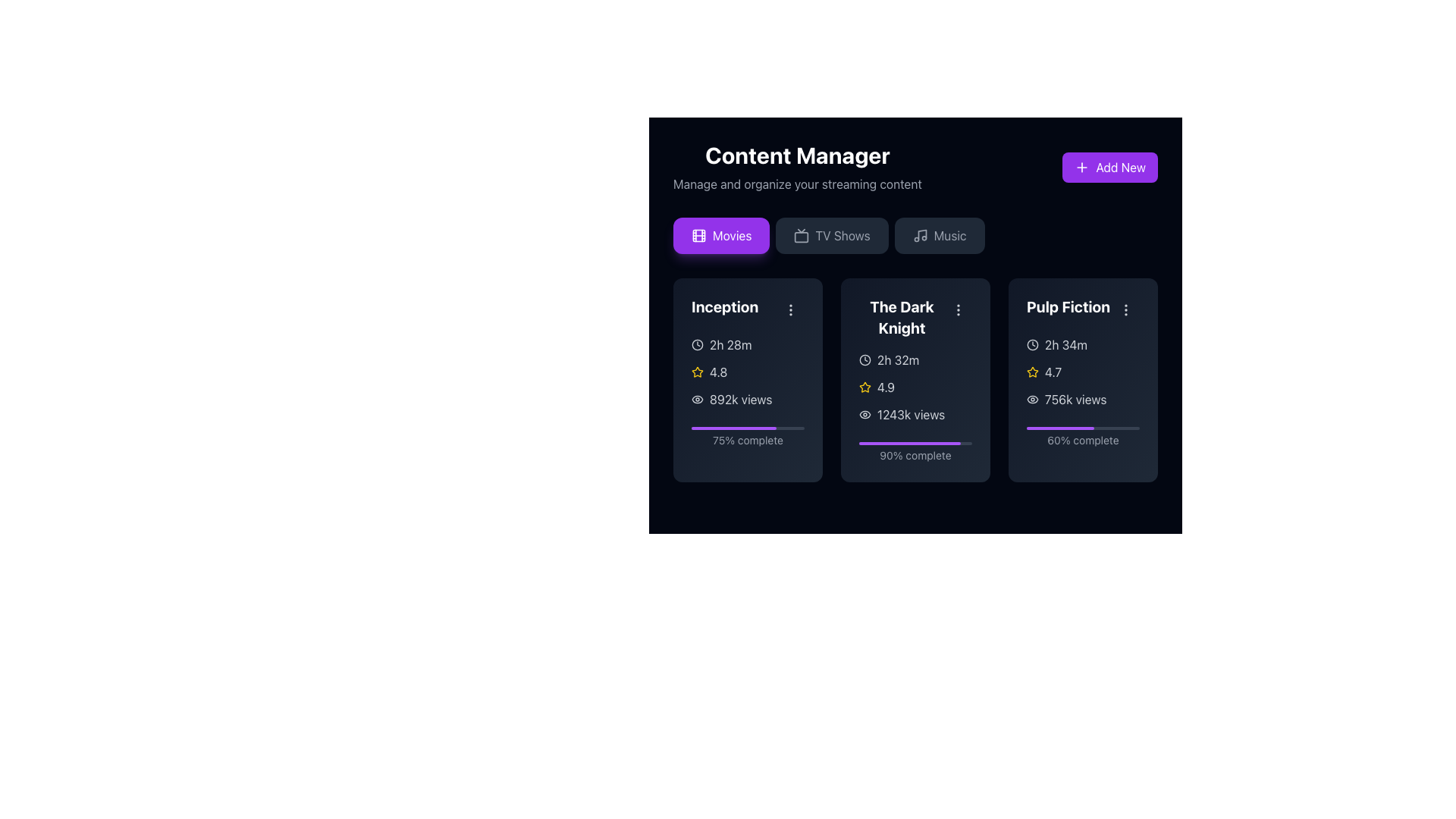 The height and width of the screenshot is (819, 1456). I want to click on text label displaying 'Pulp Fiction', which is styled in bold, extra-large white font against a dark navy-blue background, located at the top-left of the movie card, so click(1068, 307).